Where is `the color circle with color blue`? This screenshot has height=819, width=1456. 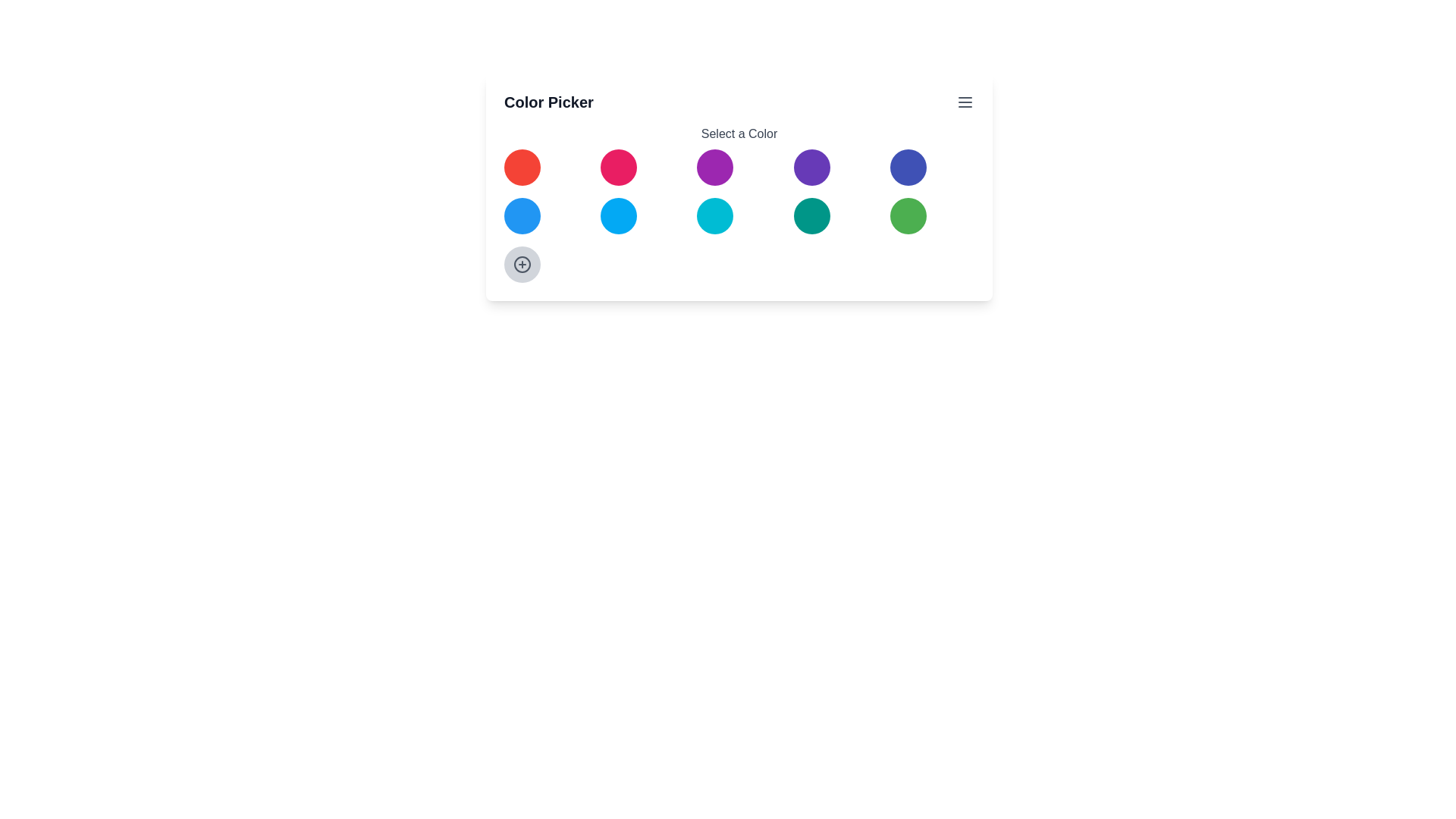
the color circle with color blue is located at coordinates (522, 216).